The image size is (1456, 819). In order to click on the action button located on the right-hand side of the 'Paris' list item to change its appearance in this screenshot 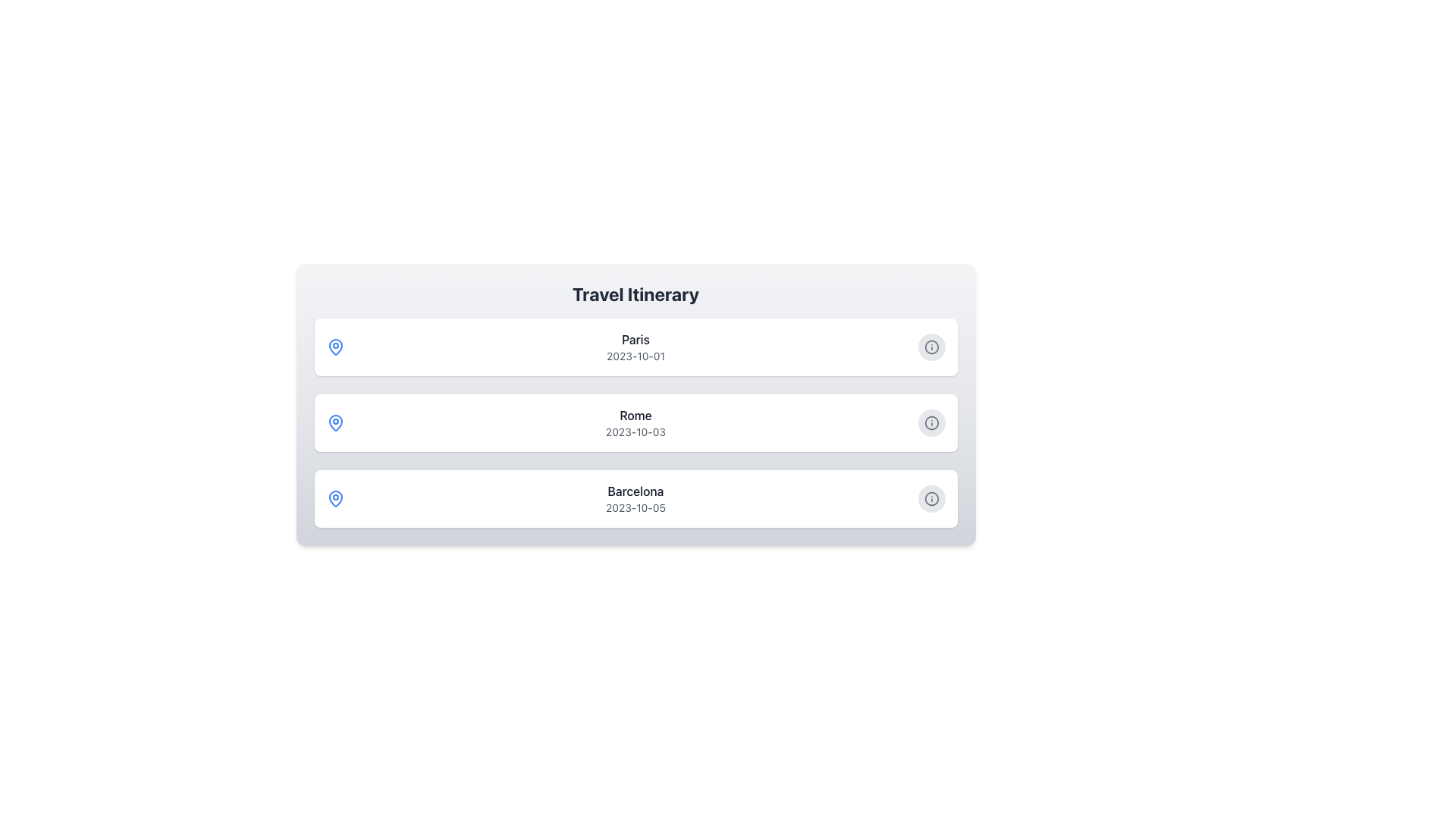, I will do `click(930, 347)`.